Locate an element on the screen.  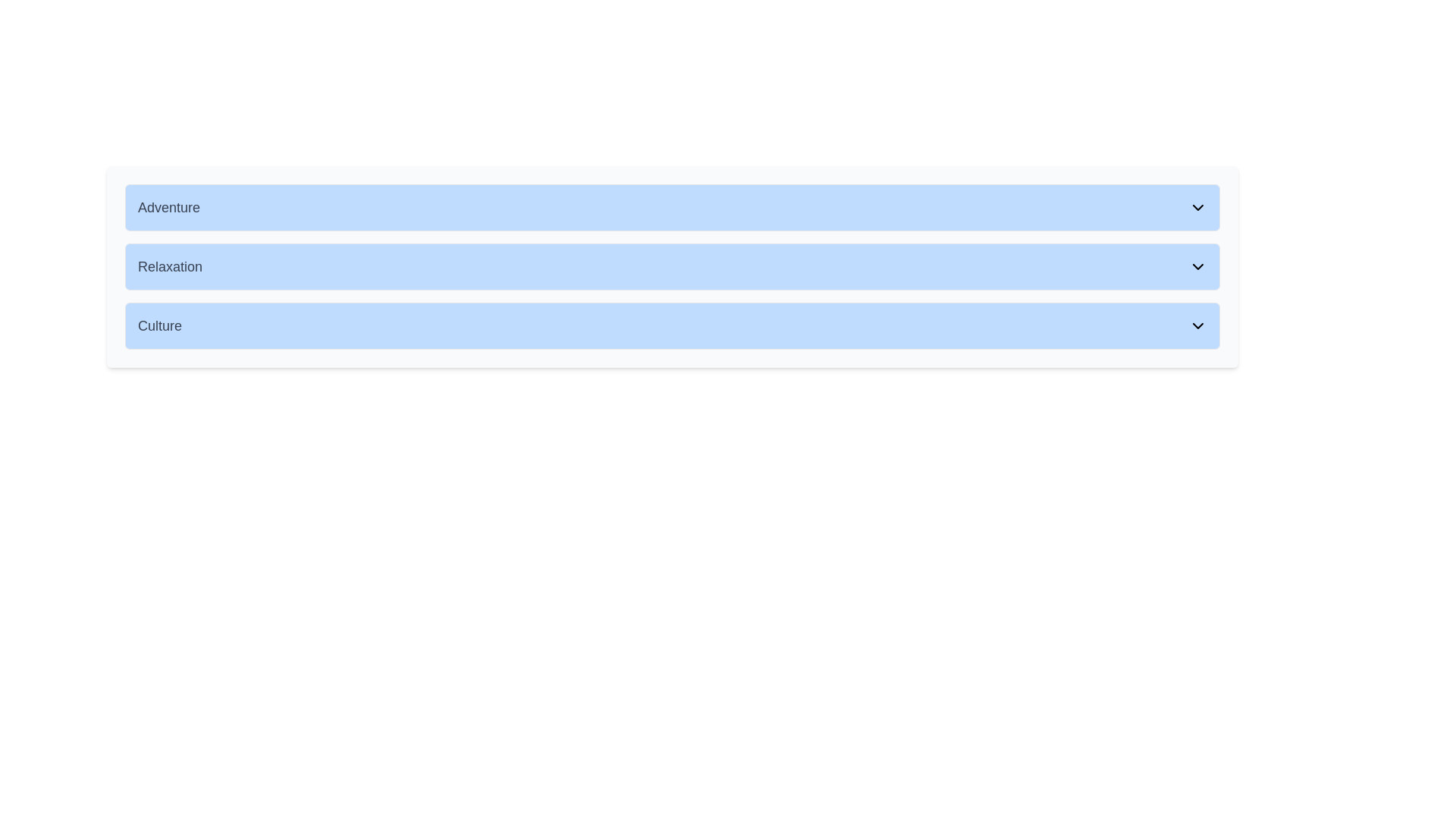
the third item in the vertically stacked collapsible toggle bar is located at coordinates (672, 321).